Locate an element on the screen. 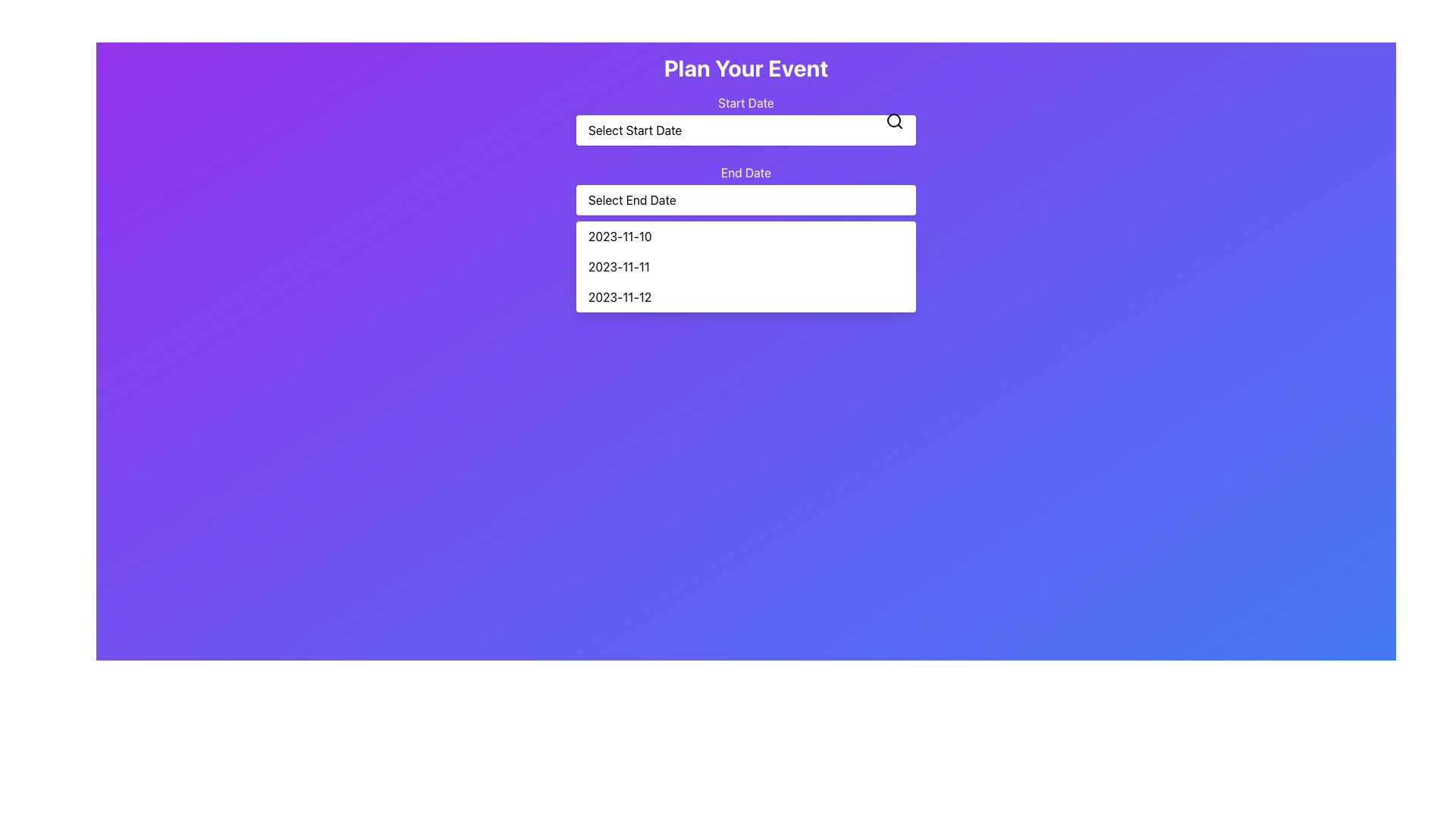  the magnifying glass icon located at the top-right corner of the 'Select Start Date' input box to possibly display a tooltip is located at coordinates (895, 120).